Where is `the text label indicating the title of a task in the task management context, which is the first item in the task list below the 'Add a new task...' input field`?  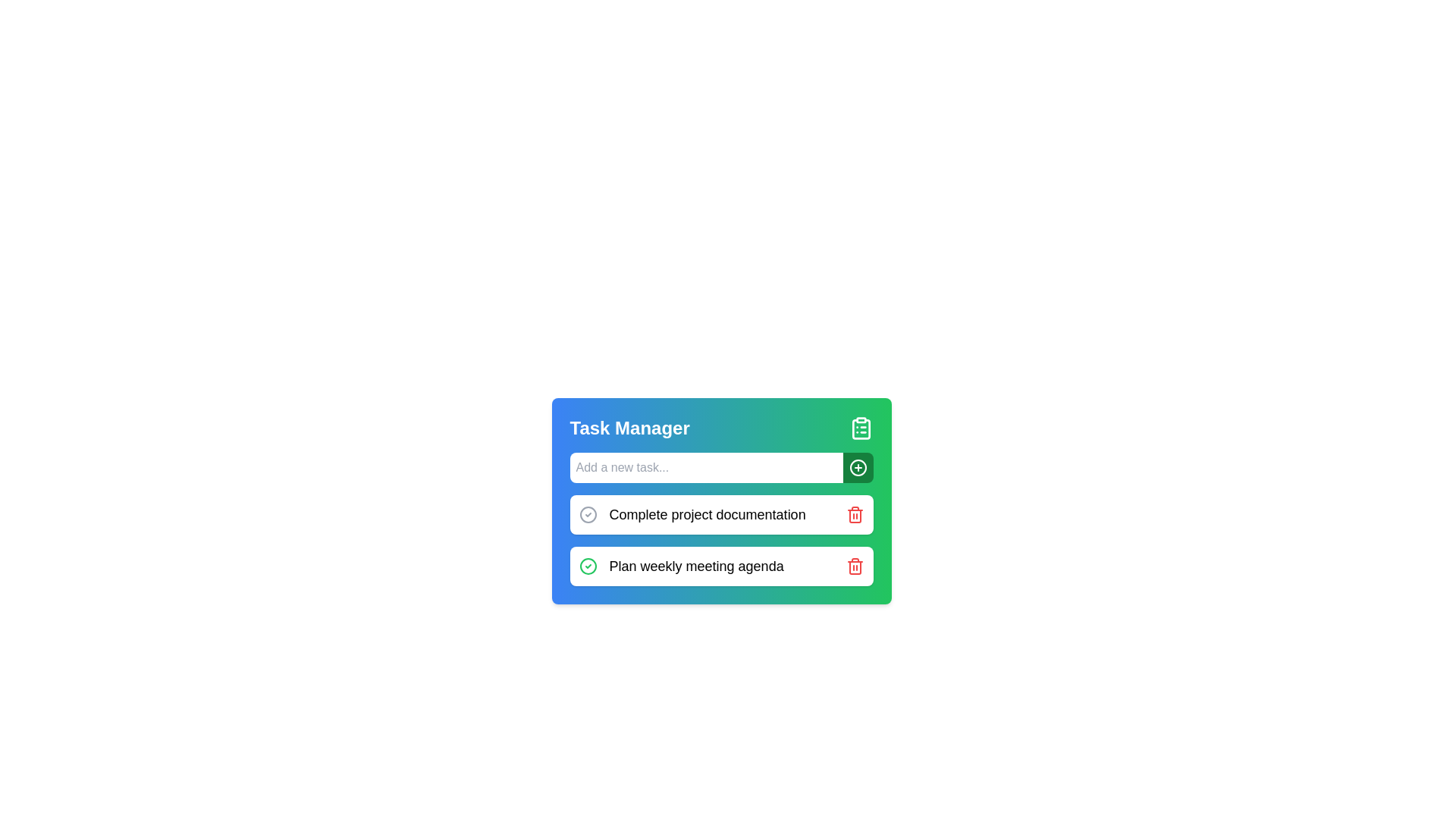
the text label indicating the title of a task in the task management context, which is the first item in the task list below the 'Add a new task...' input field is located at coordinates (692, 513).